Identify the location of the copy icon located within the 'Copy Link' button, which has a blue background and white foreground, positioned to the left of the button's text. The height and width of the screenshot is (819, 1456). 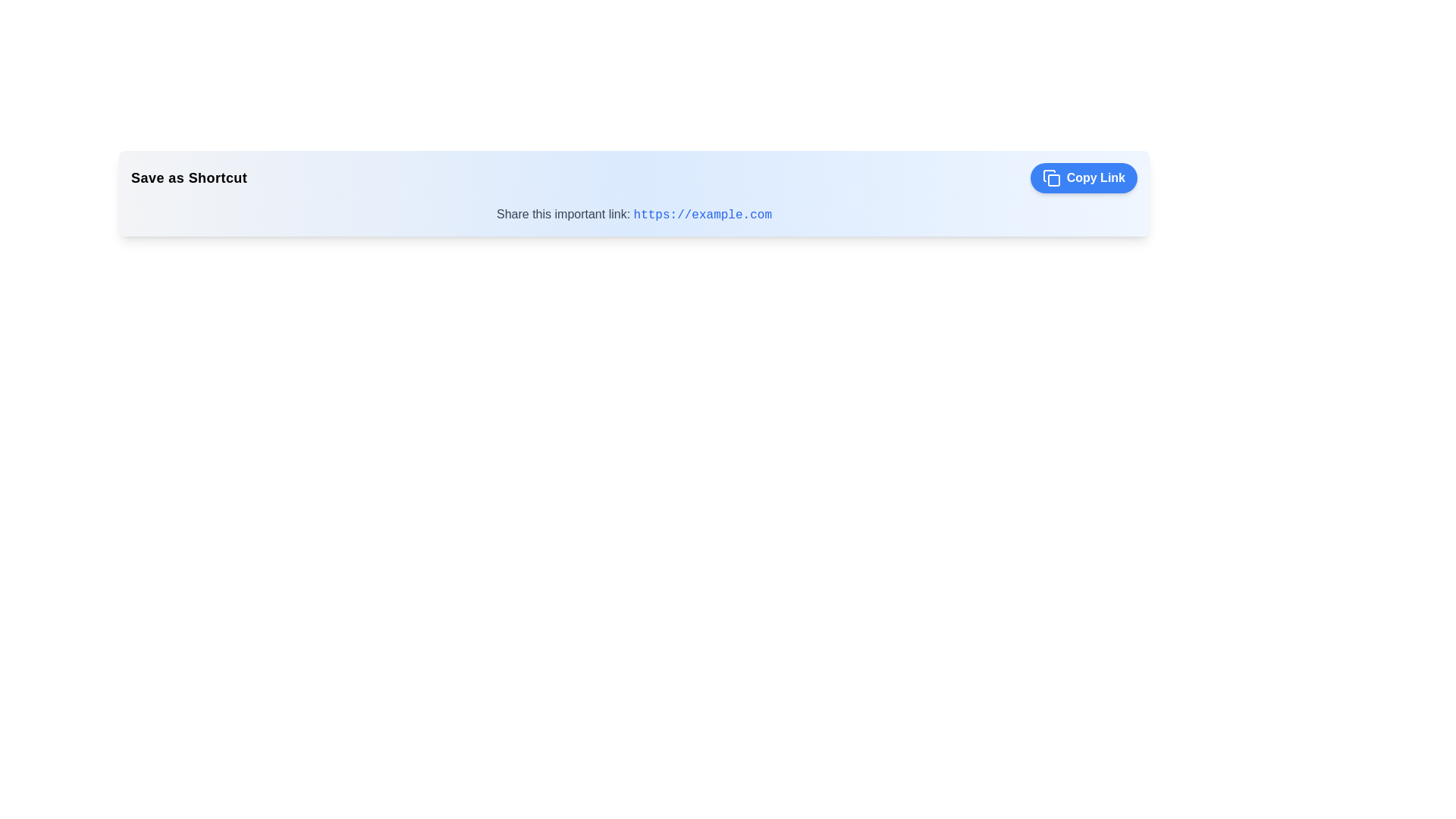
(1050, 177).